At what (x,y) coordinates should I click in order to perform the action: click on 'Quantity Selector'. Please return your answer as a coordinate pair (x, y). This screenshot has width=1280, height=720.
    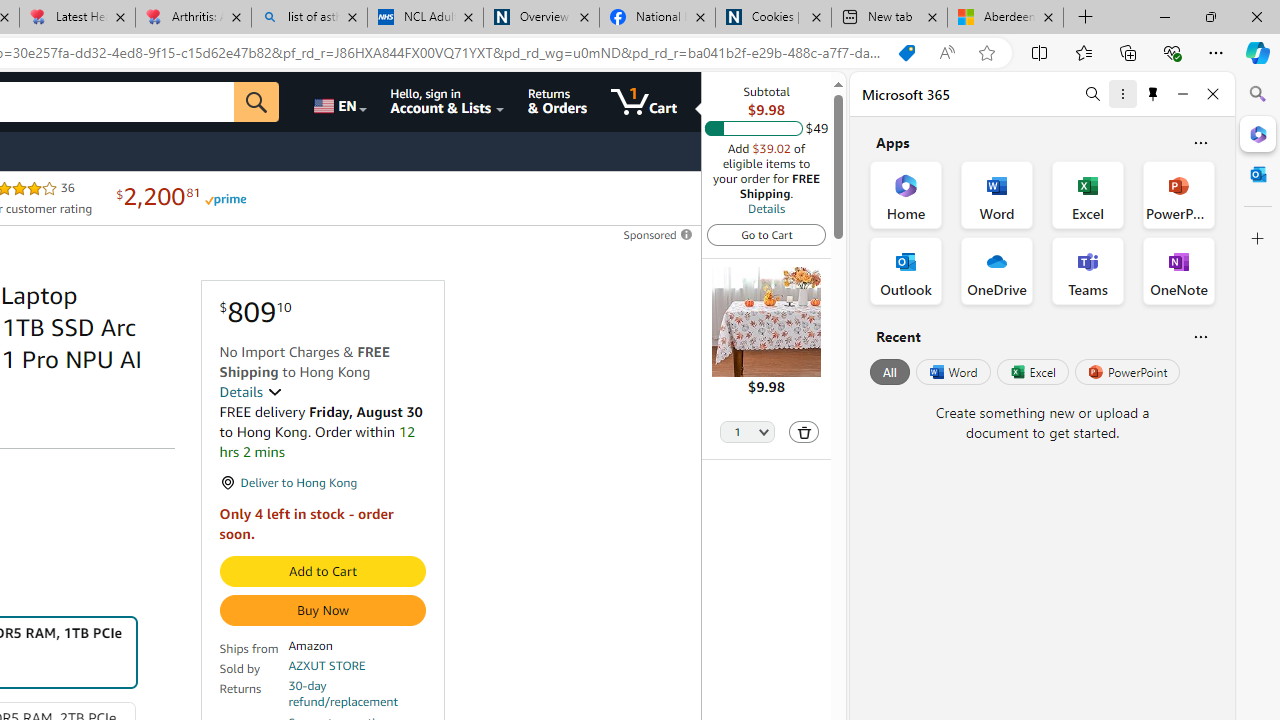
    Looking at the image, I should click on (746, 432).